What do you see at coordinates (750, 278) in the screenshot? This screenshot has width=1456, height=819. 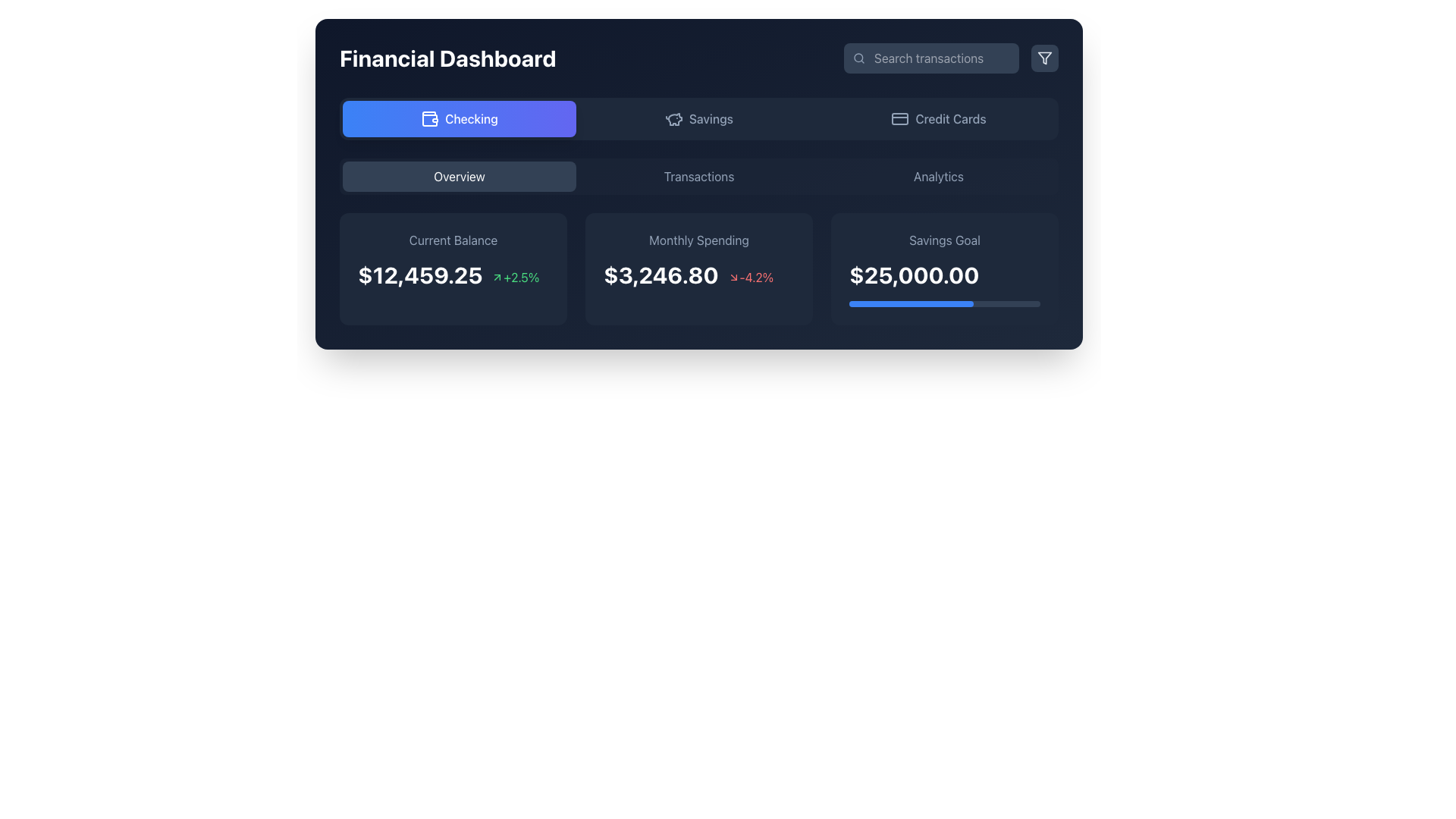 I see `the decorated text element displaying '-4.2%' with a downward red arrow icon, indicating a decrease, located in the 'Monthly Spending' section` at bounding box center [750, 278].